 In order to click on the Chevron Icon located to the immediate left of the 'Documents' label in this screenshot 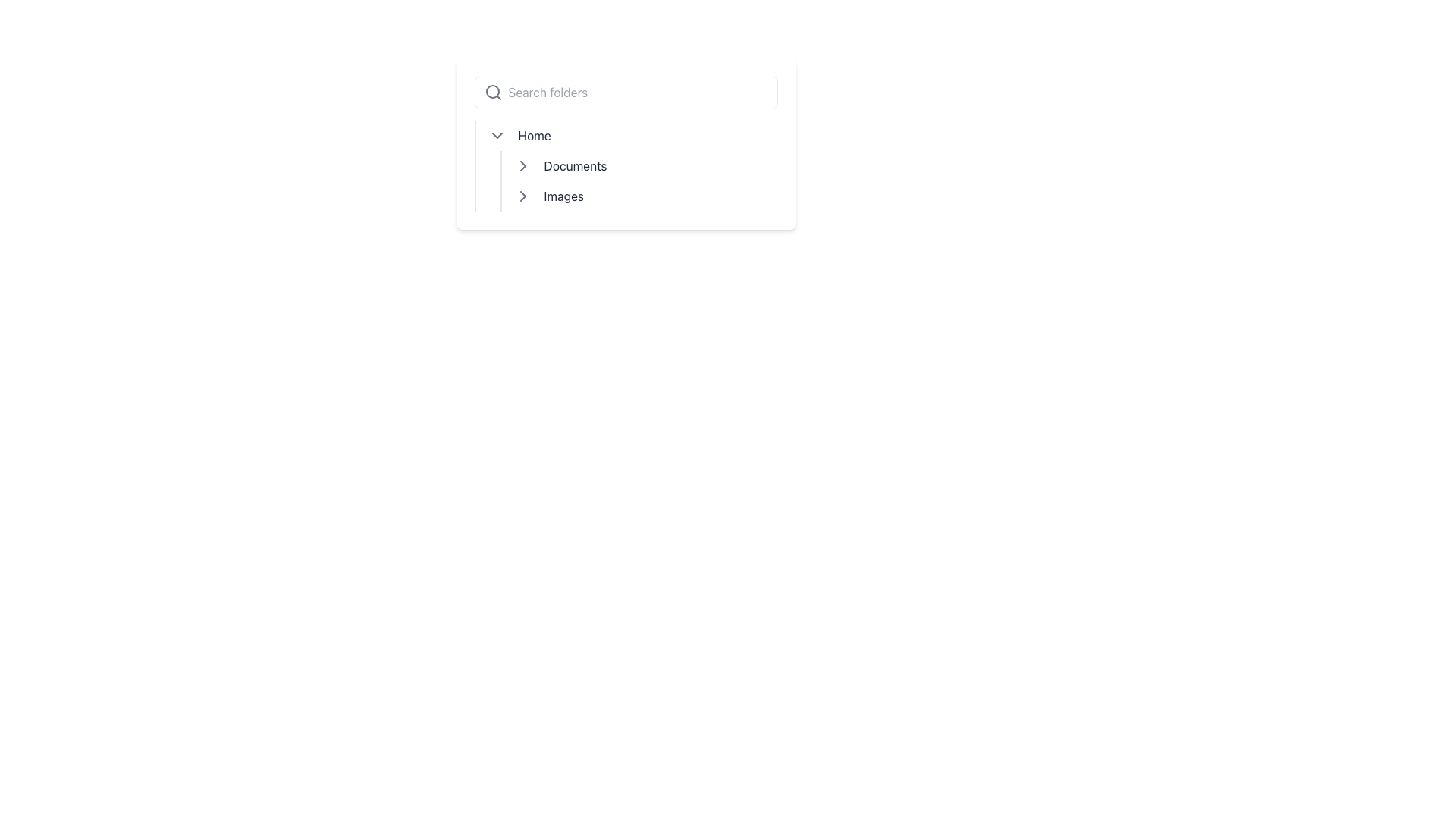, I will do `click(522, 166)`.